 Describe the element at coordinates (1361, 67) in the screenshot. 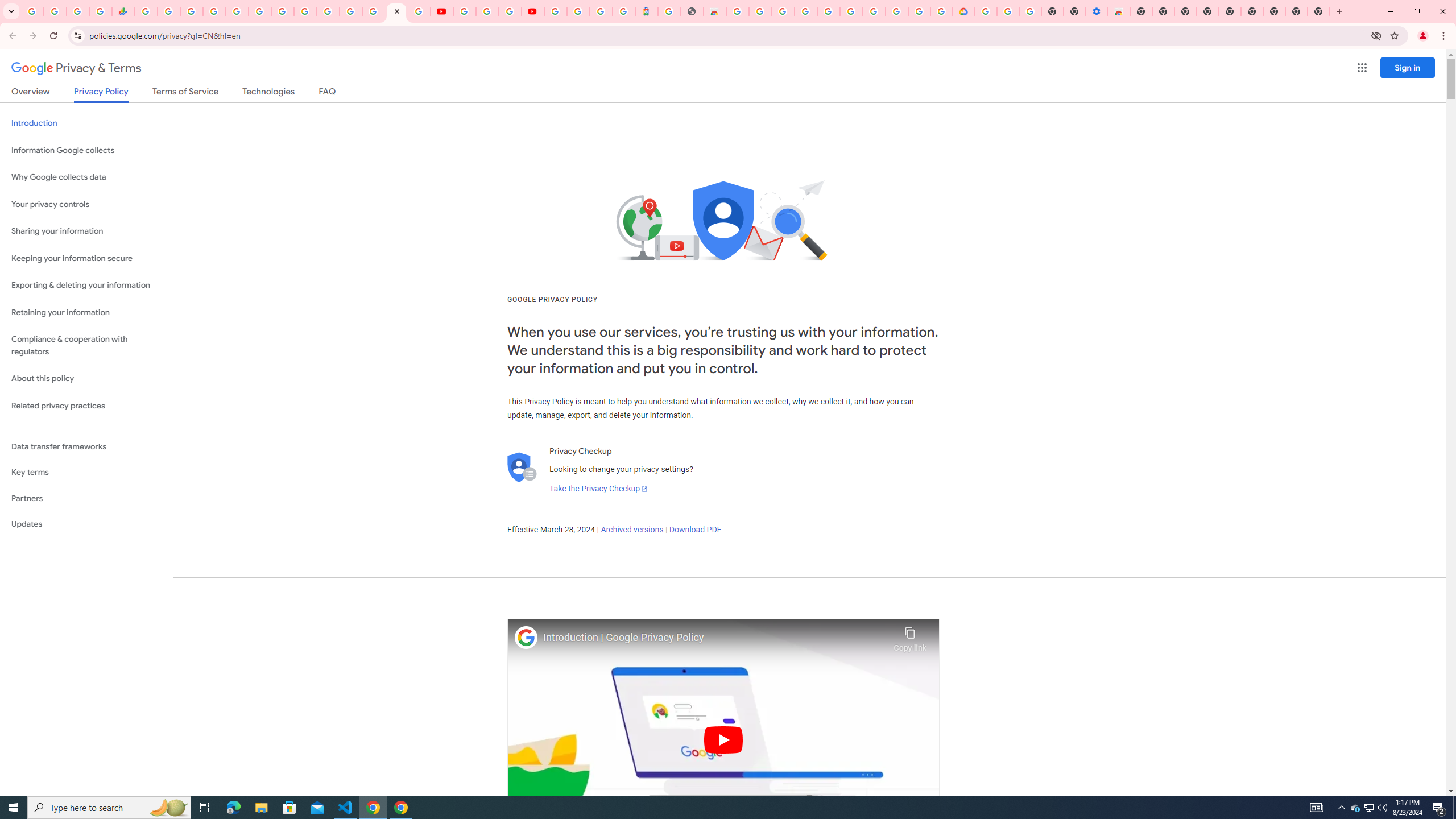

I see `'Google apps'` at that location.